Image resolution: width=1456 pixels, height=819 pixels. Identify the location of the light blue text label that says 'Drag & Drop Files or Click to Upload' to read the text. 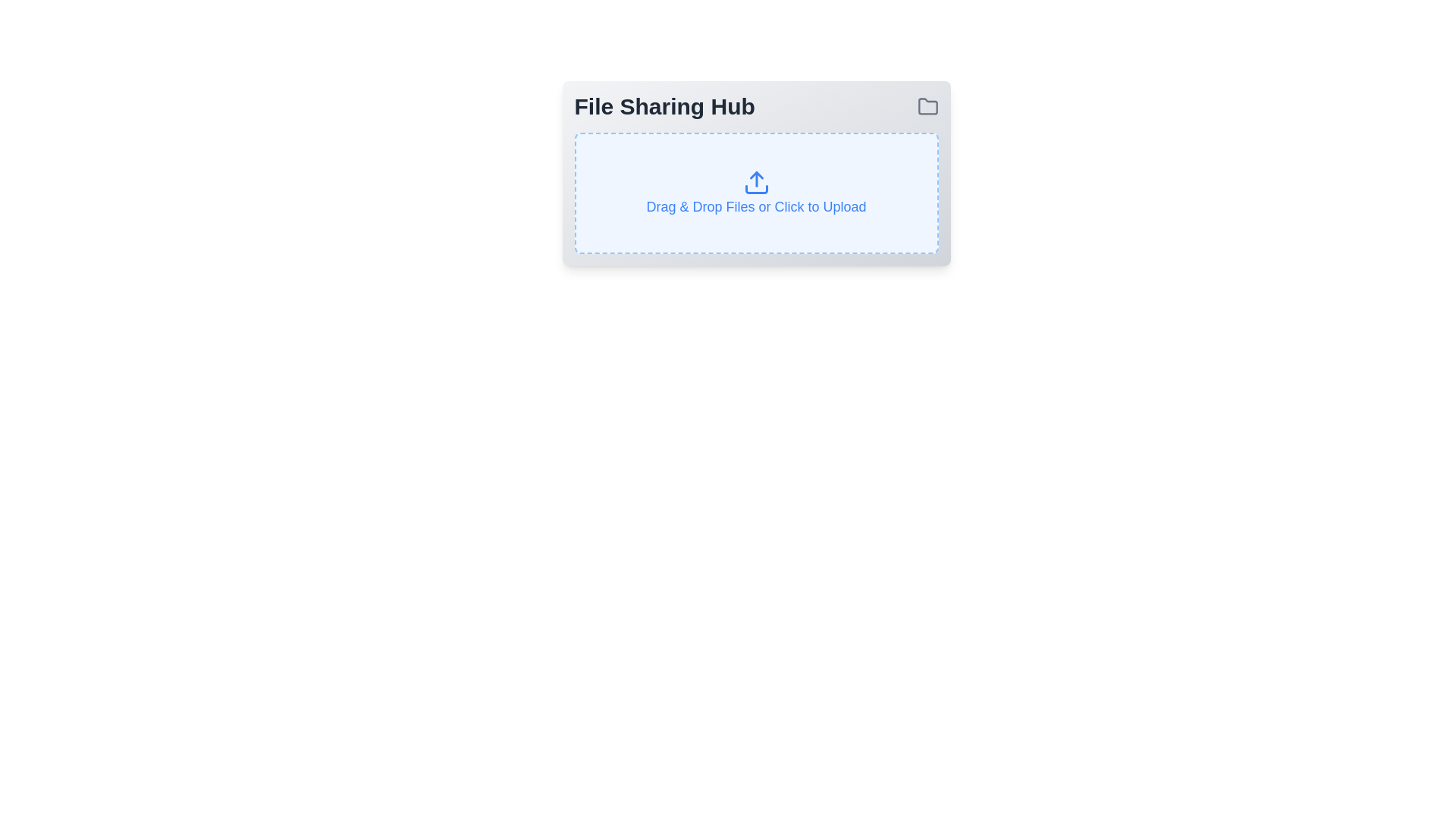
(756, 207).